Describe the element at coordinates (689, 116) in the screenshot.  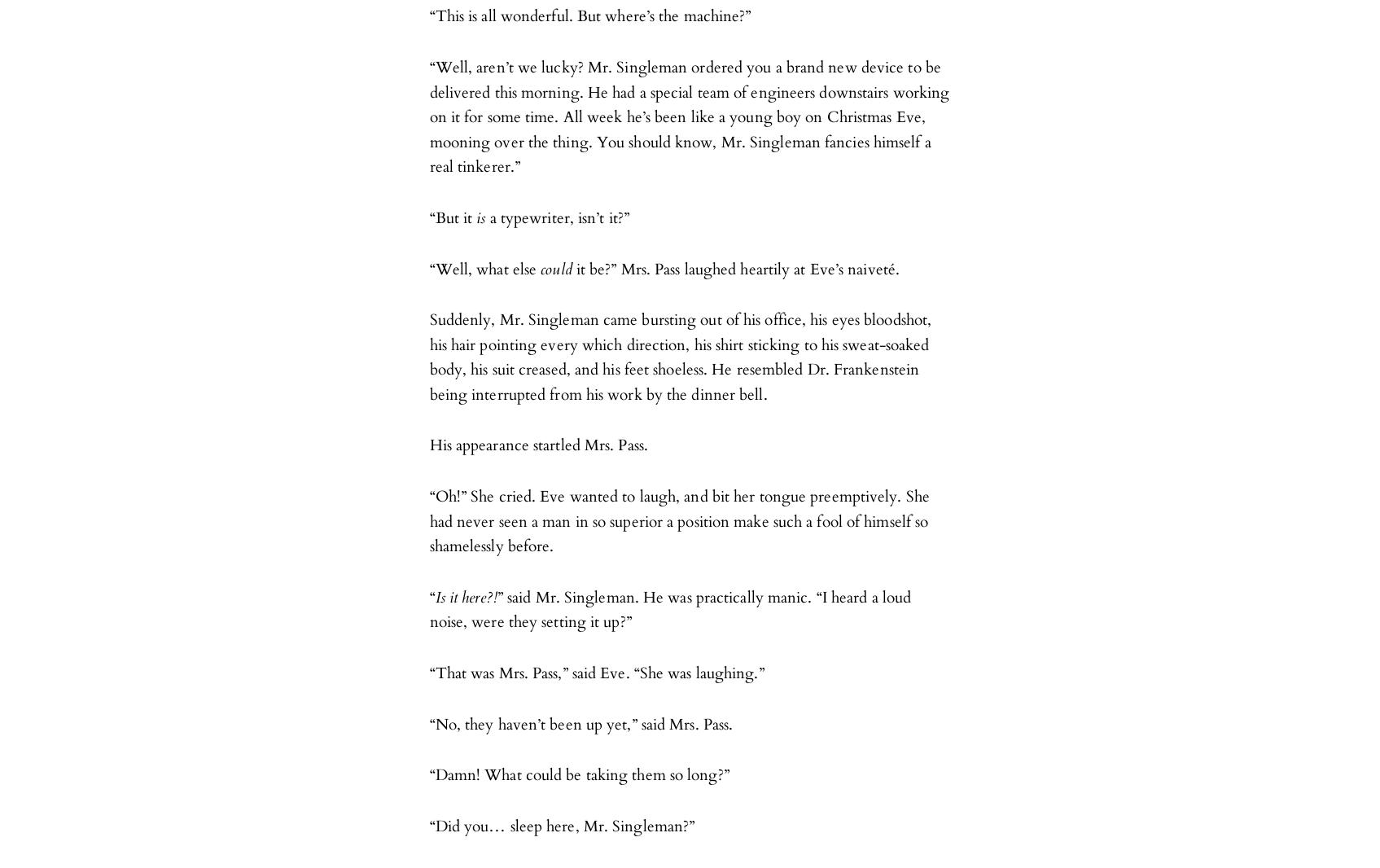
I see `'“Well, aren’t we lucky? Mr. Singleman ordered you a brand new device to be delivered this morning. He had a special team of engineers downstairs working on it for some time. All week he’s been like a young boy on Christmas Eve, mooning over the thing. You should know, Mr. Singleman fancies himself a real tinkerer.”'` at that location.